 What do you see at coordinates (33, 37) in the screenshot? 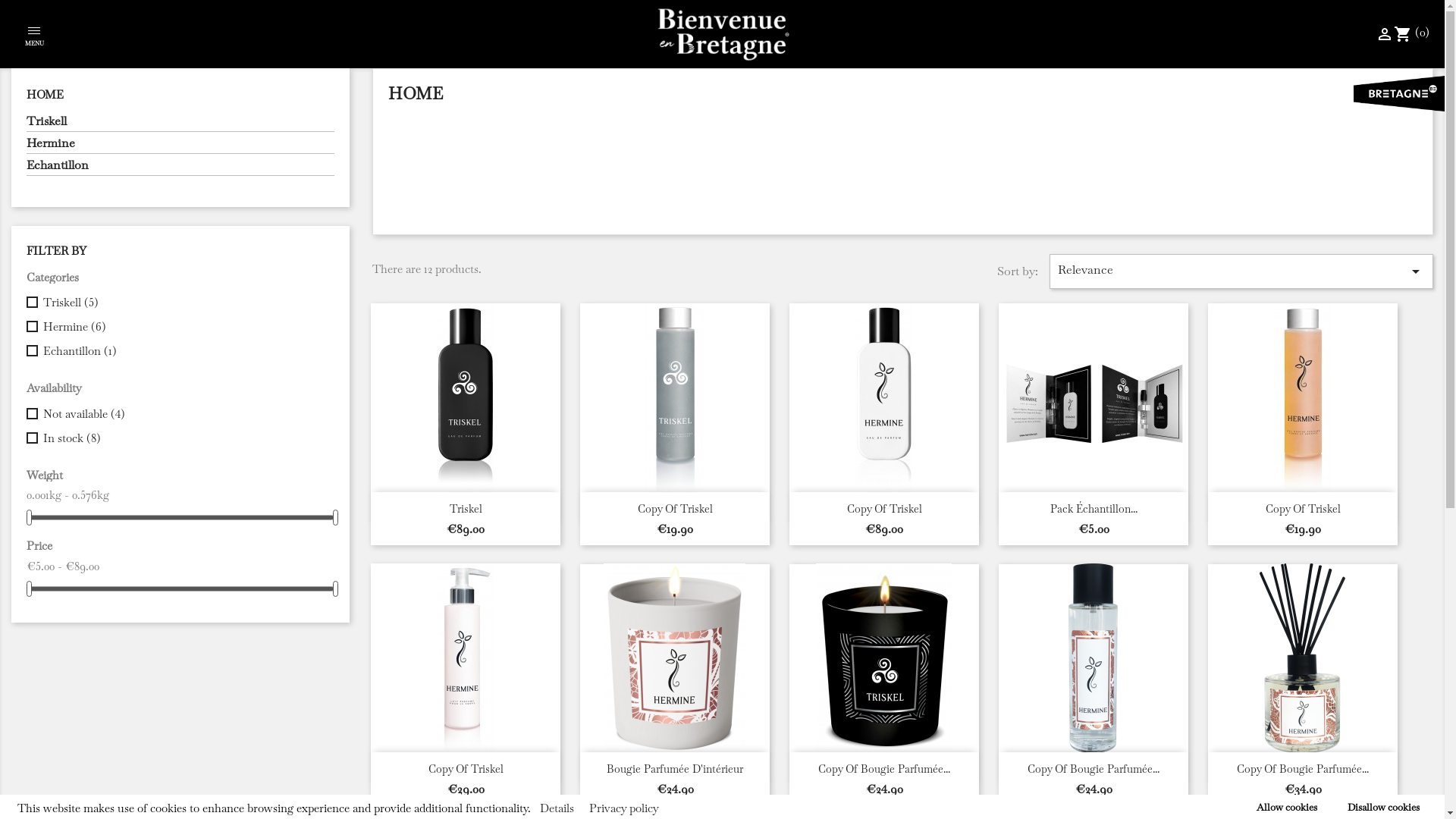
I see `'MENU'` at bounding box center [33, 37].